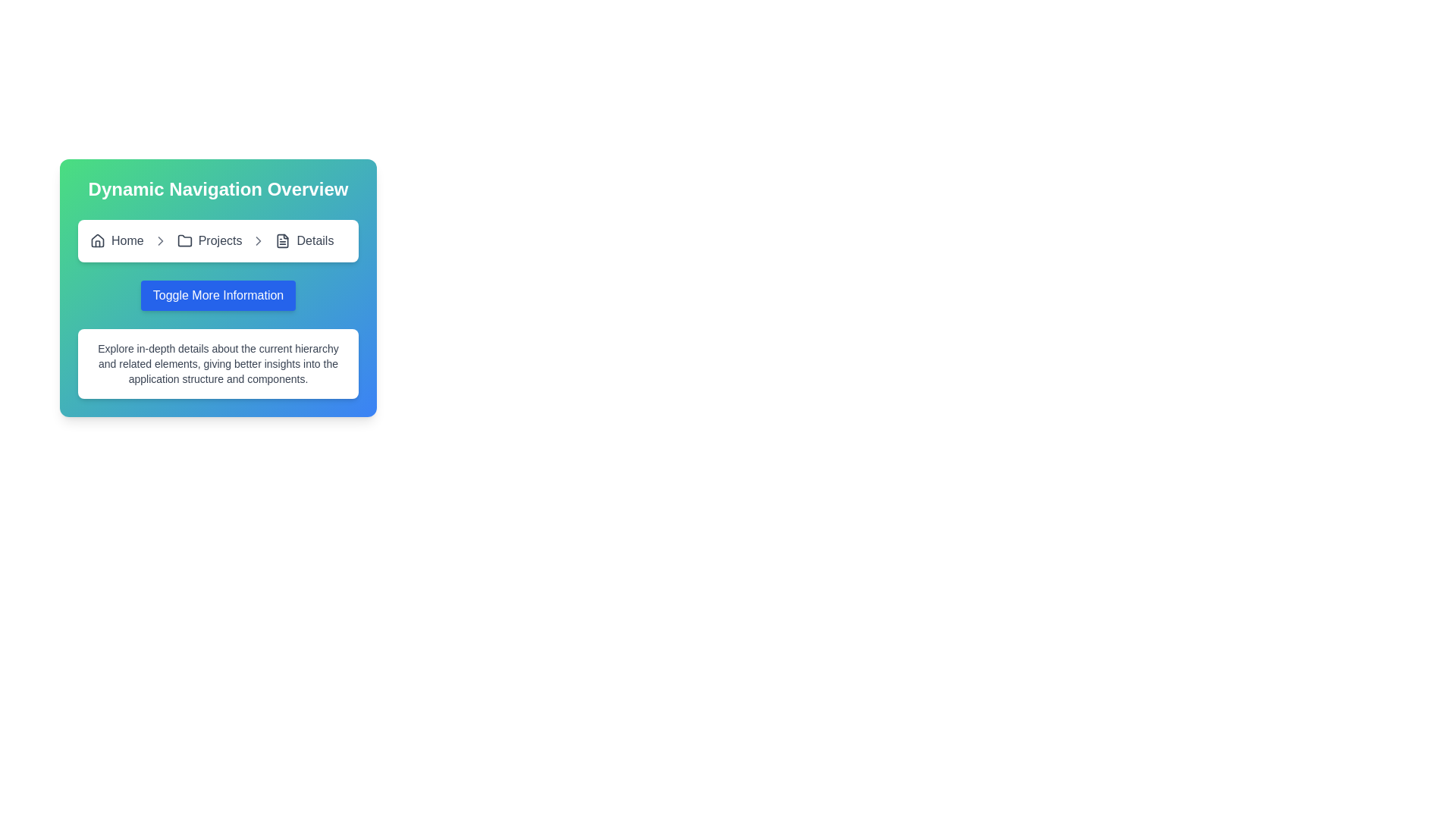  I want to click on the 'Details' link in the breadcrumb navigation, so click(303, 240).